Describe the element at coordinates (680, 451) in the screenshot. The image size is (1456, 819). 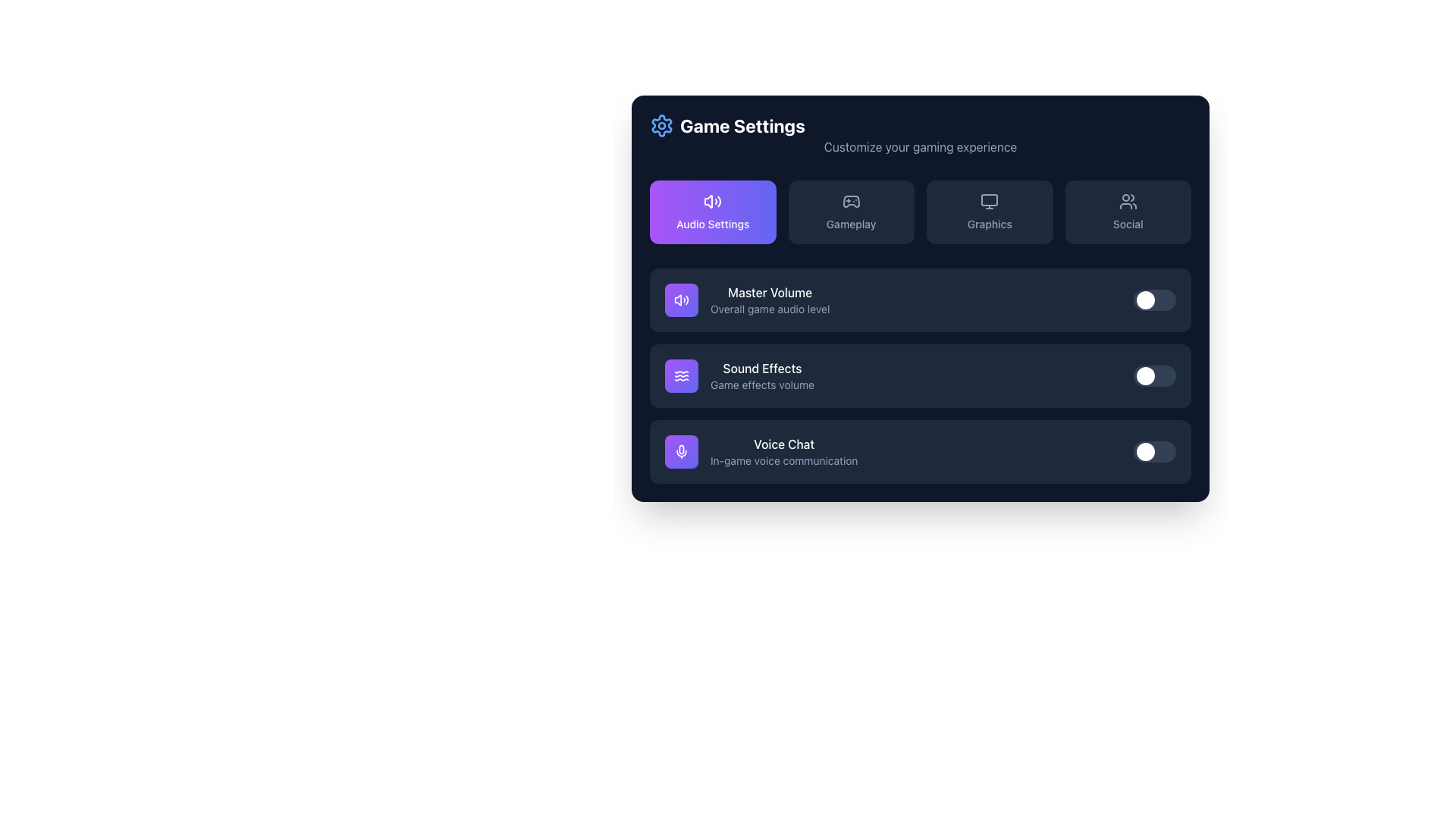
I see `the microphone icon located in the bottom row of the settings options next to the 'Voice Chat' label` at that location.